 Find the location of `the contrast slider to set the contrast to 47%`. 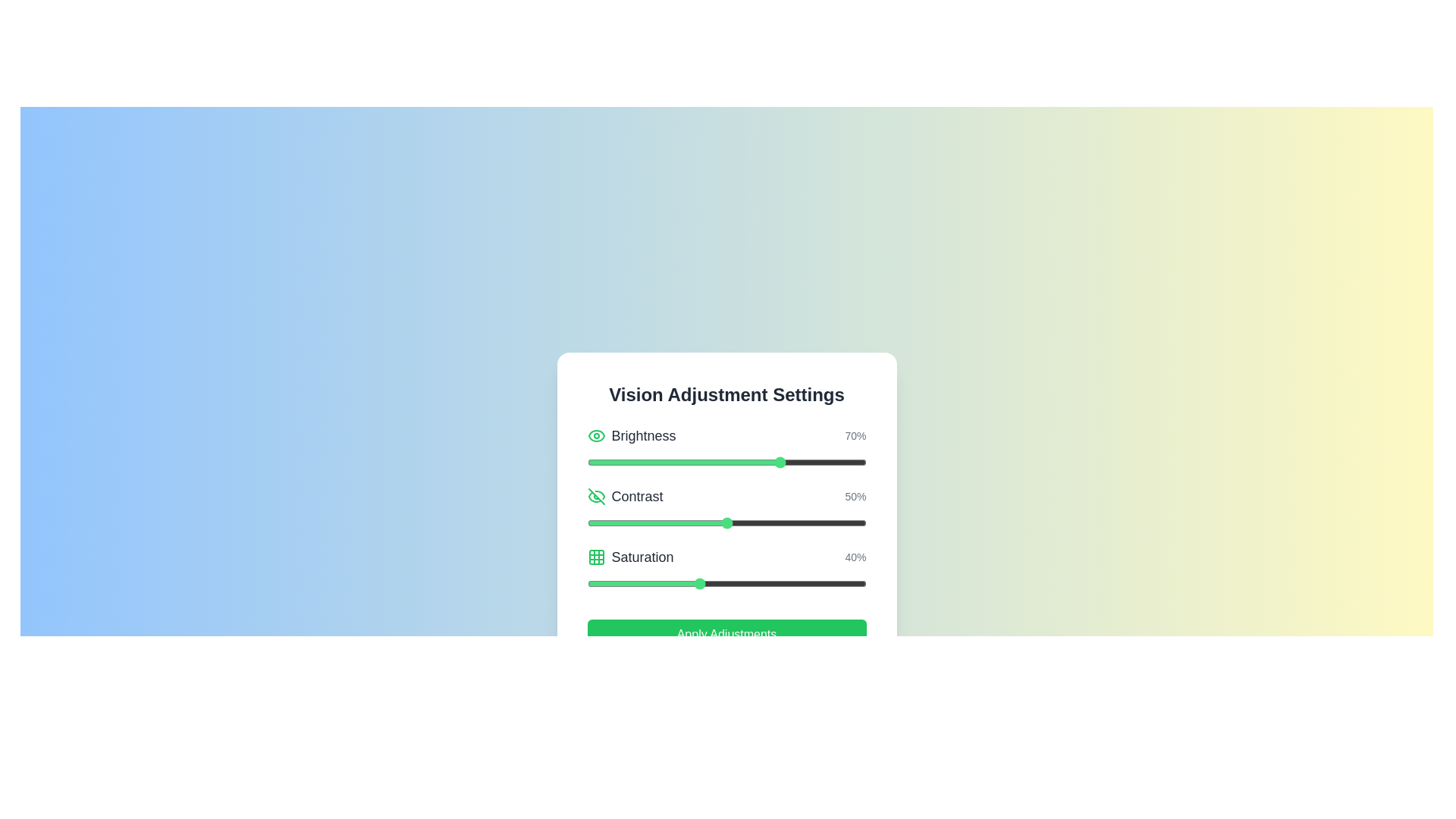

the contrast slider to set the contrast to 47% is located at coordinates (717, 522).